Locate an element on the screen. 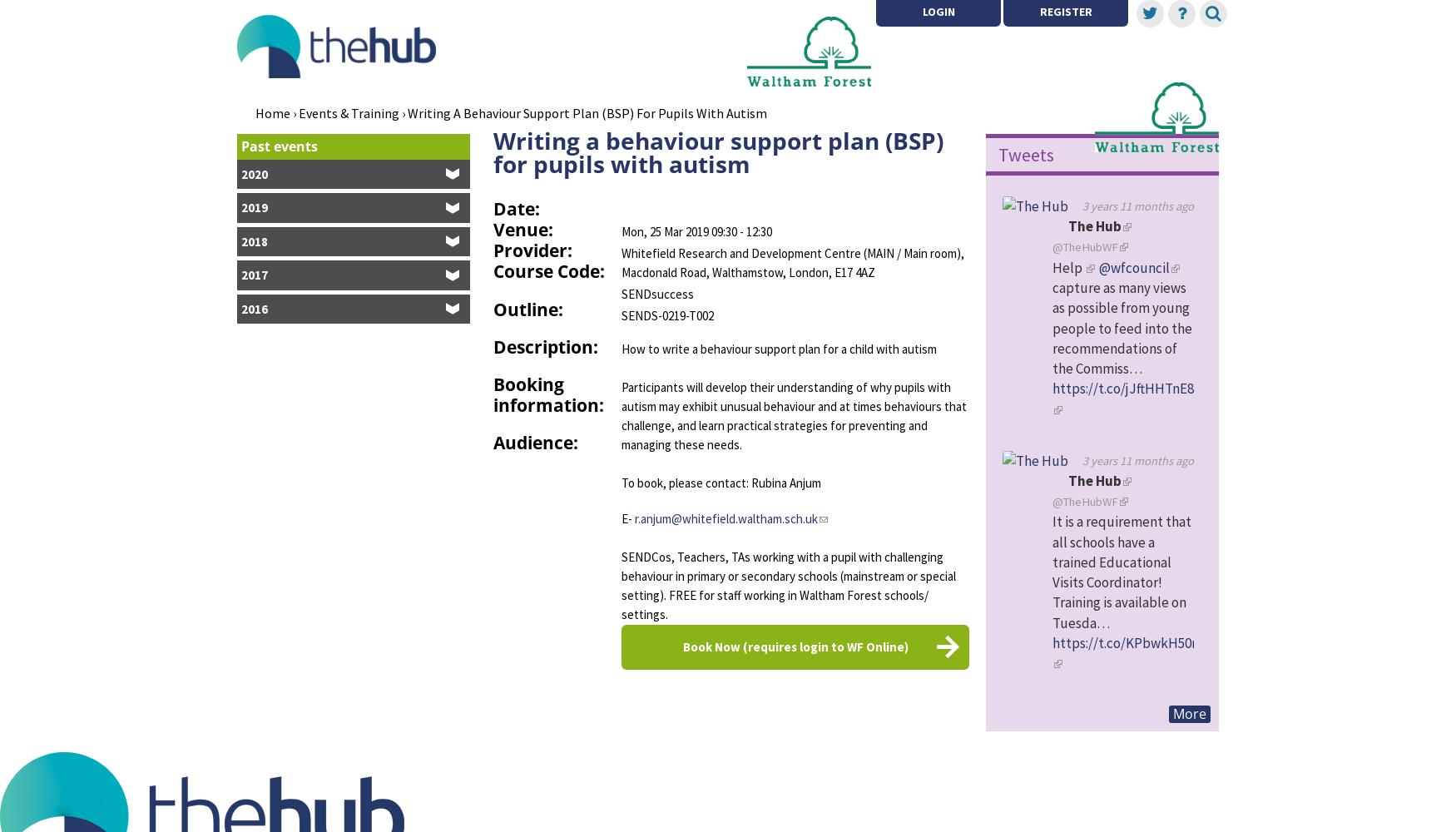 Image resolution: width=1456 pixels, height=832 pixels. 'SENDCos, Teachers, TAs working with a pupil with challenging behaviour in primary or secondary schools (mainstream or special setting).

FREE for staff working in Waltham Forest schools/ settings.' is located at coordinates (788, 585).